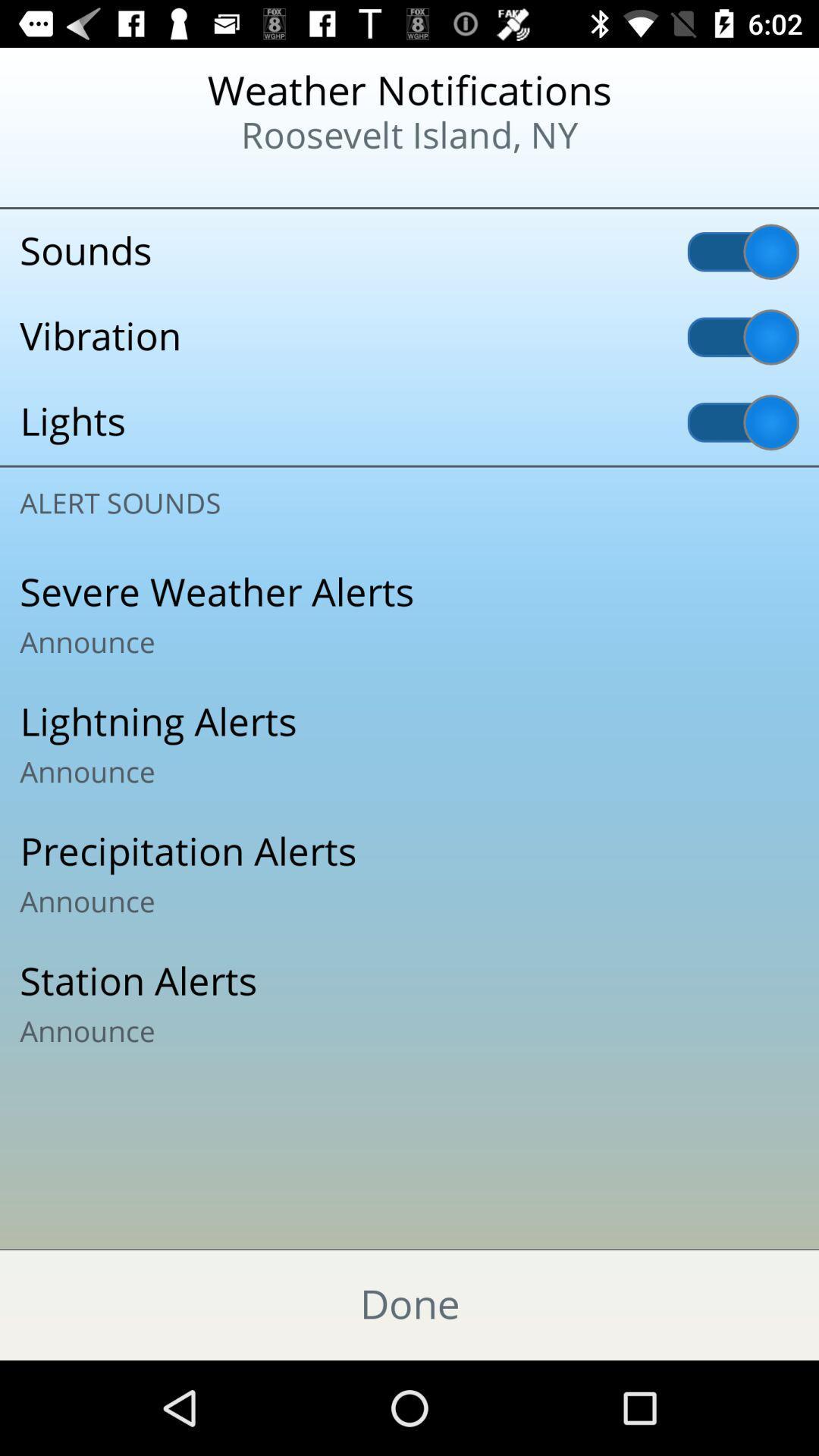 The width and height of the screenshot is (819, 1456). I want to click on the vibration, so click(409, 336).